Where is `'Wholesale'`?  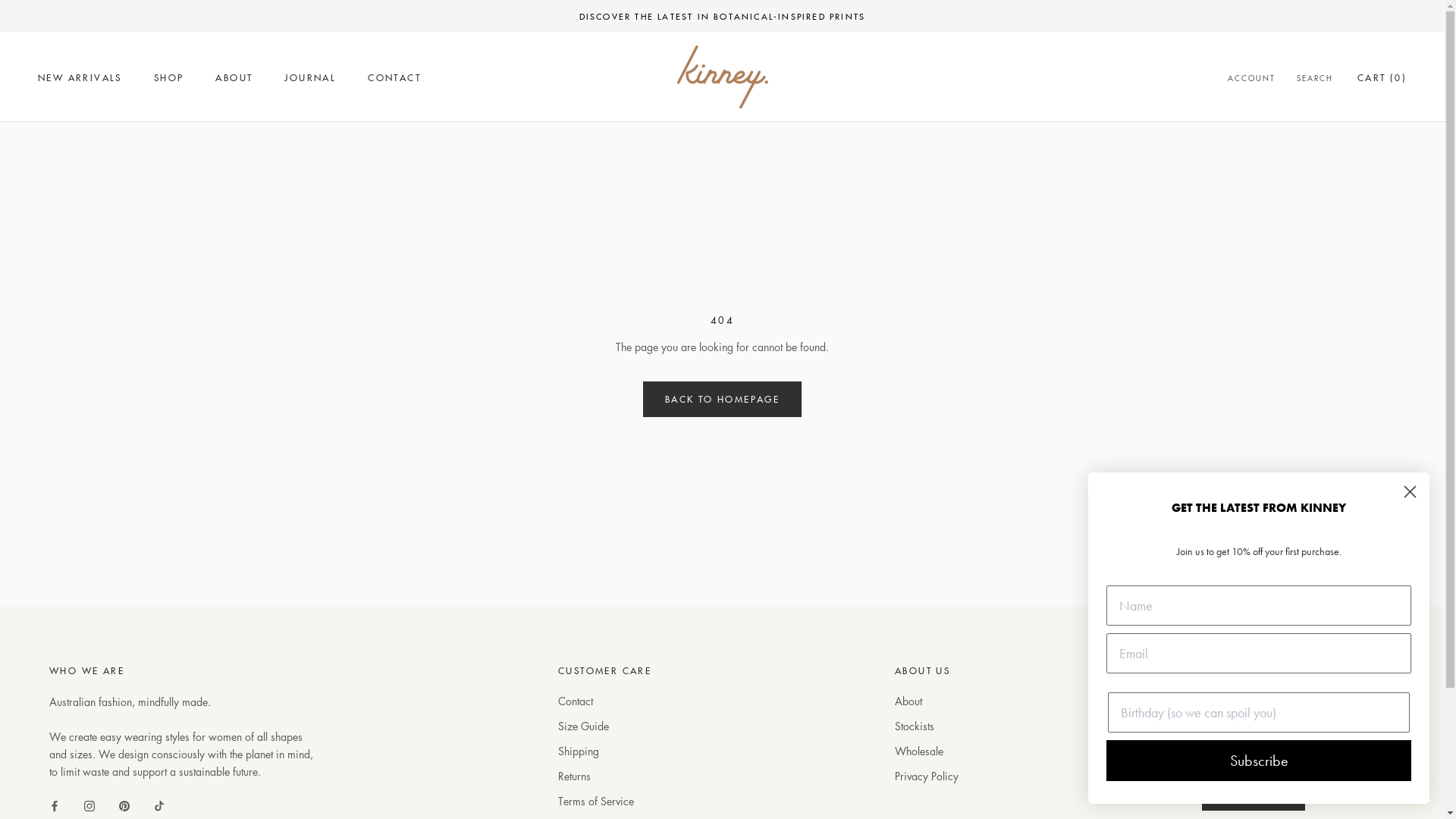 'Wholesale' is located at coordinates (926, 751).